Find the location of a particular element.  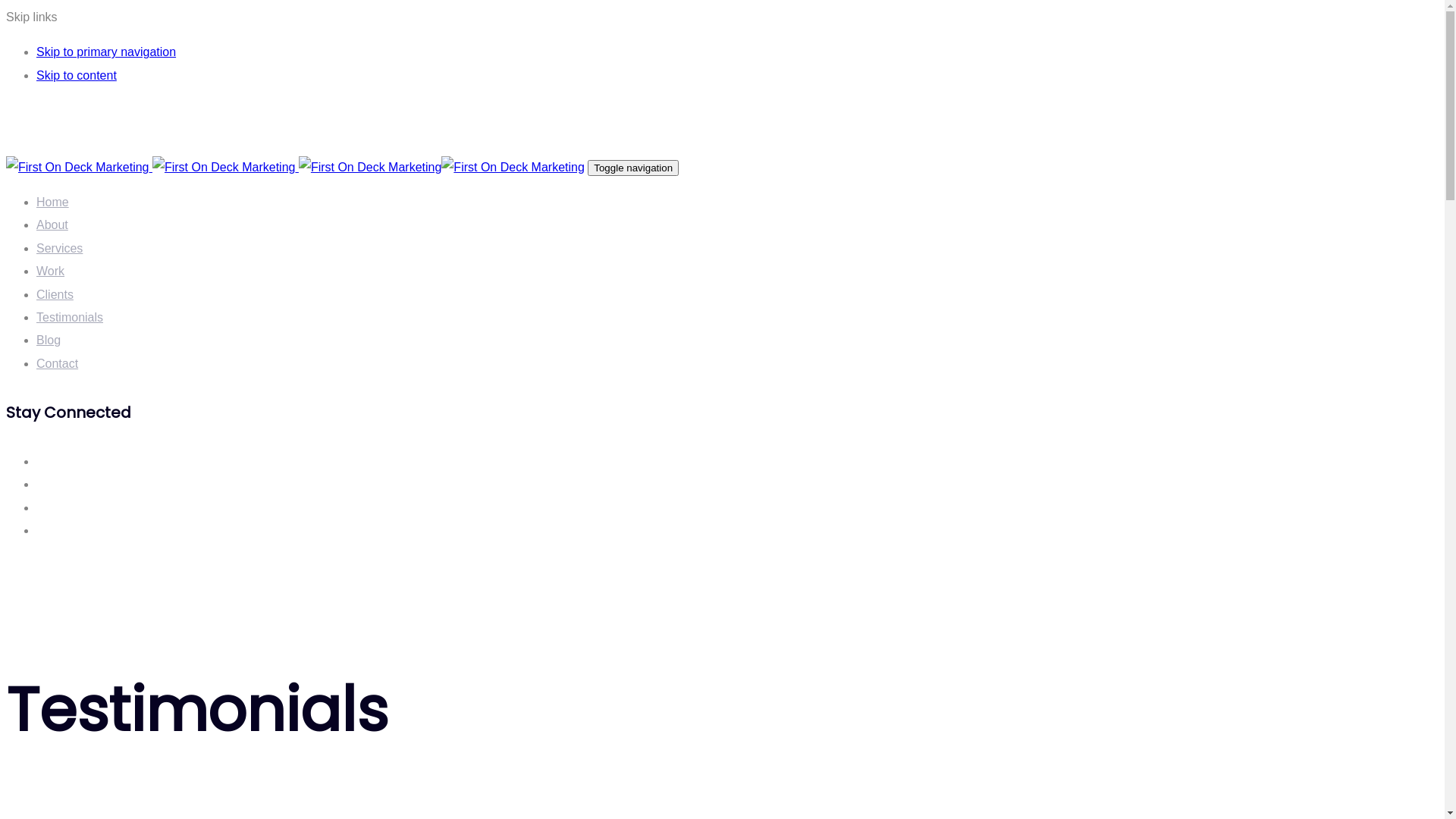

'Skip to content' is located at coordinates (75, 75).